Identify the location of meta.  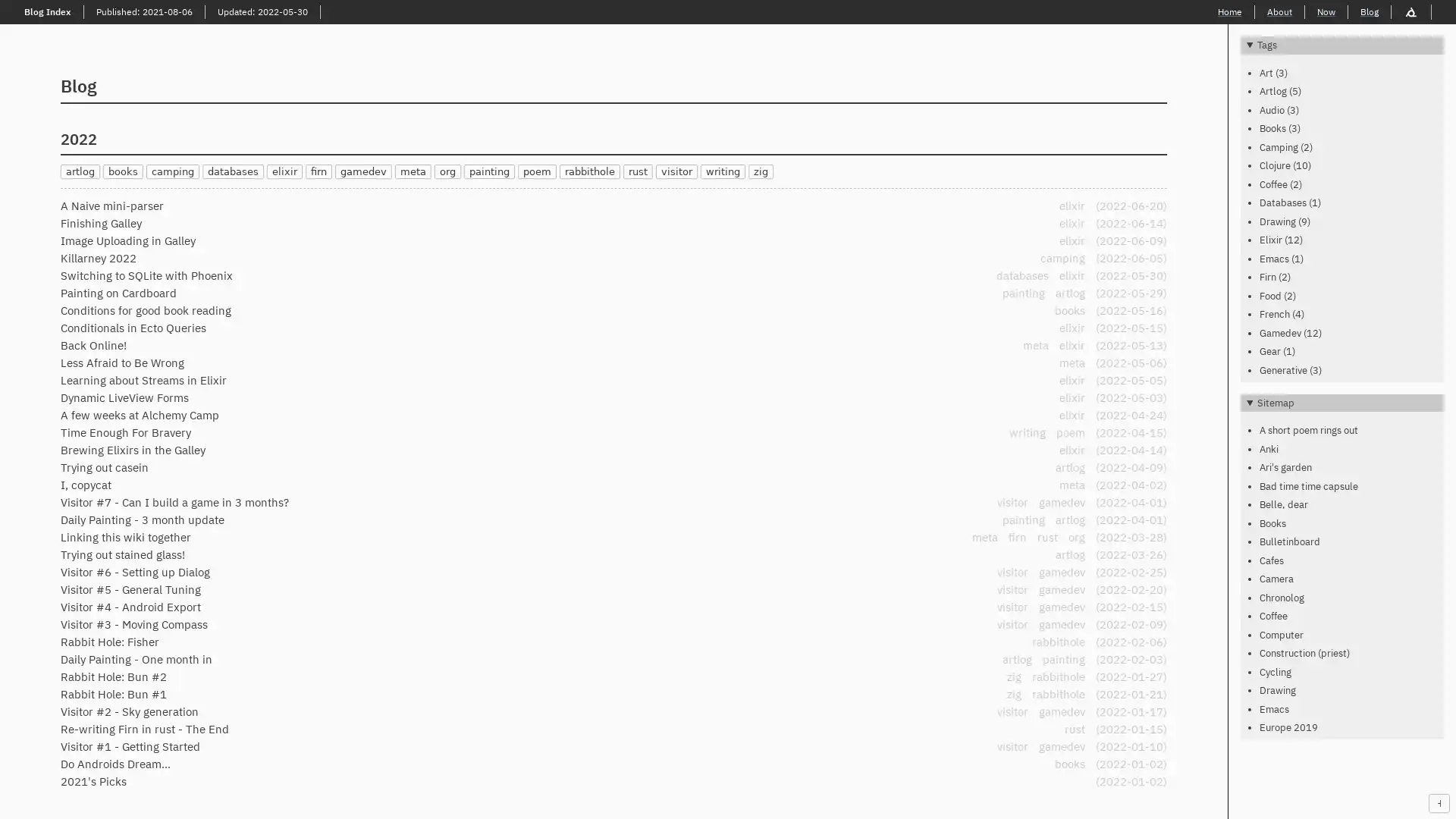
(413, 171).